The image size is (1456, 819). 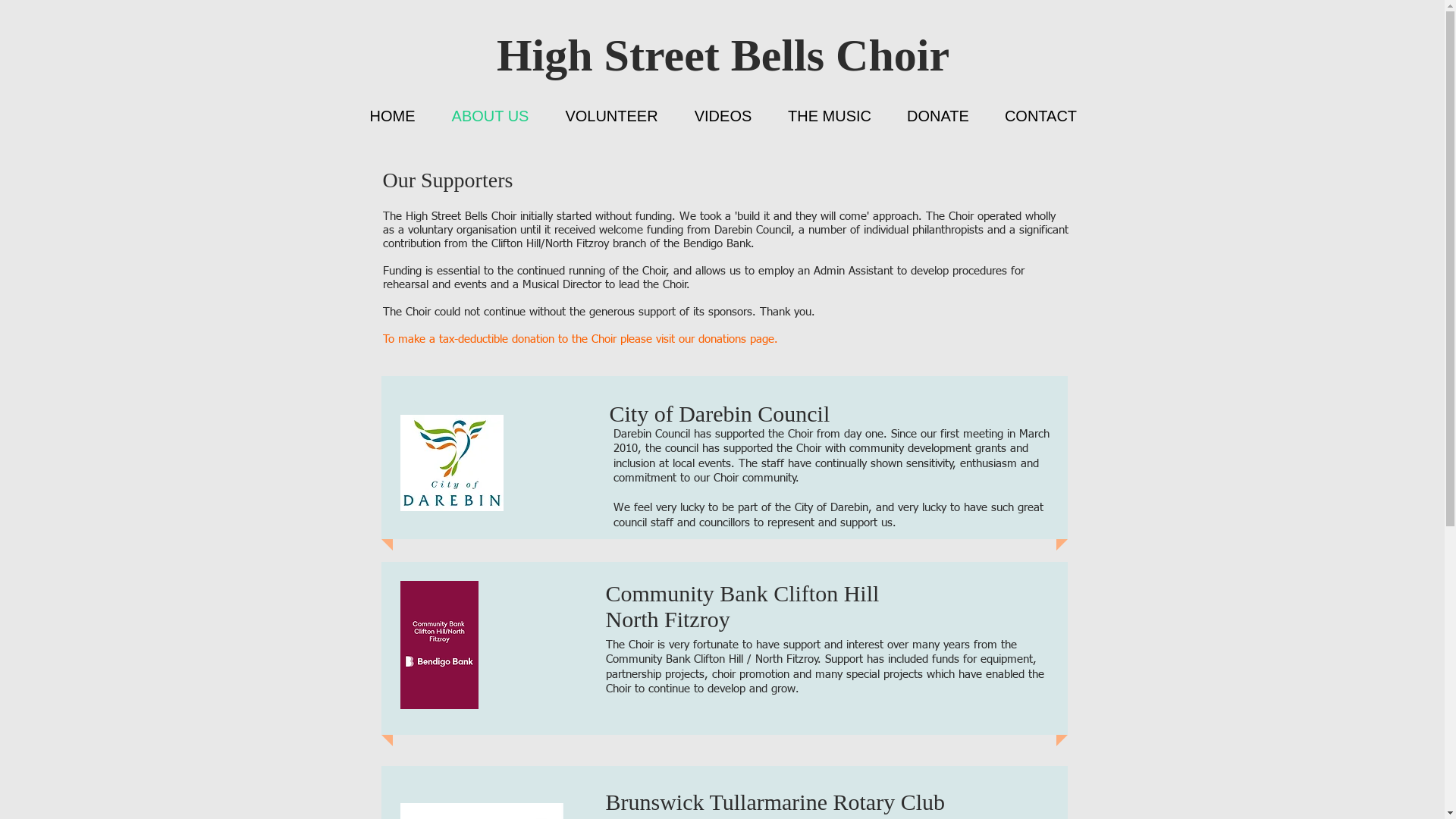 I want to click on 'VIDEOS', so click(x=723, y=115).